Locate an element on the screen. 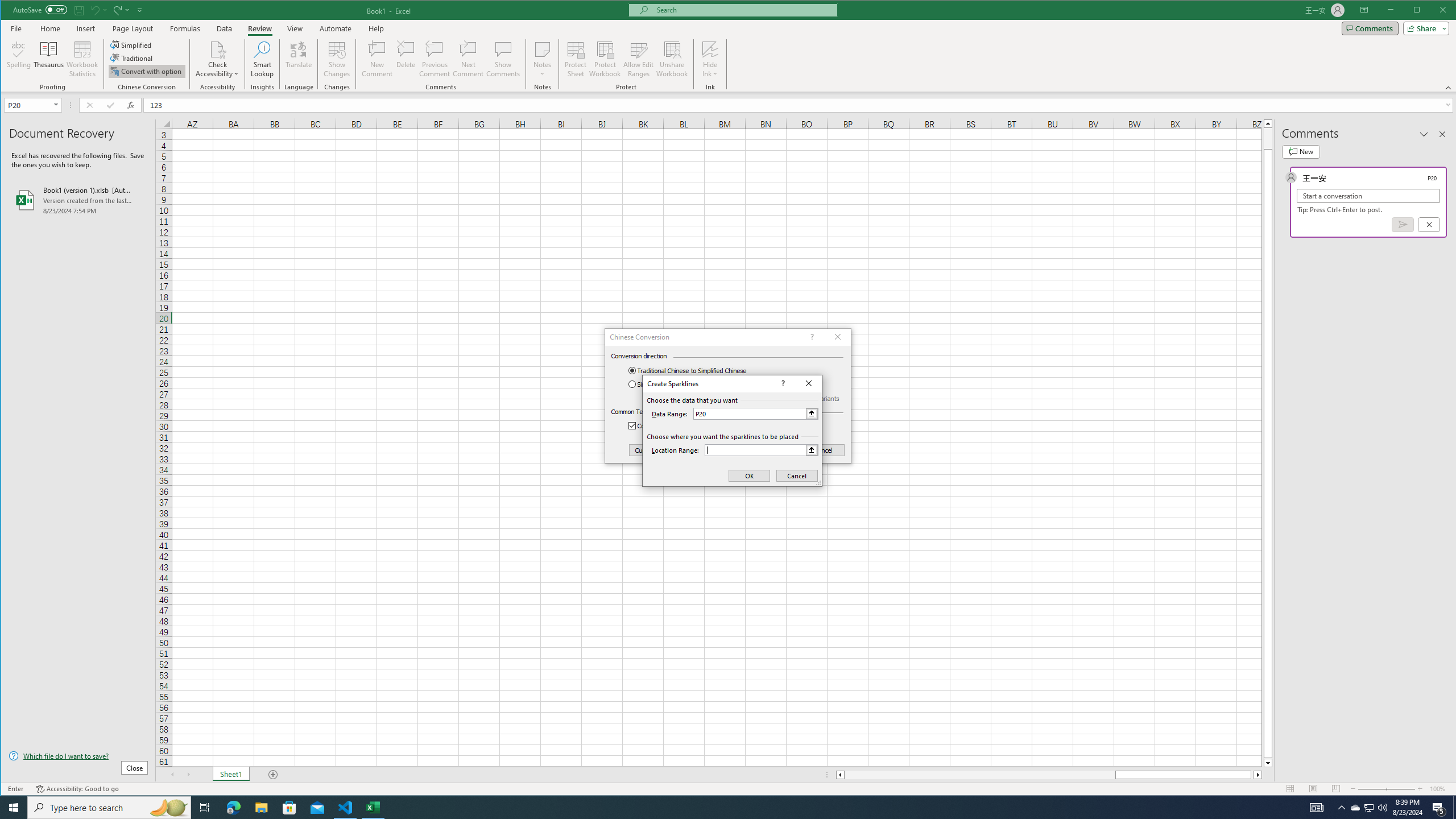 The height and width of the screenshot is (819, 1456). 'AutomationID: 4105' is located at coordinates (1317, 806).